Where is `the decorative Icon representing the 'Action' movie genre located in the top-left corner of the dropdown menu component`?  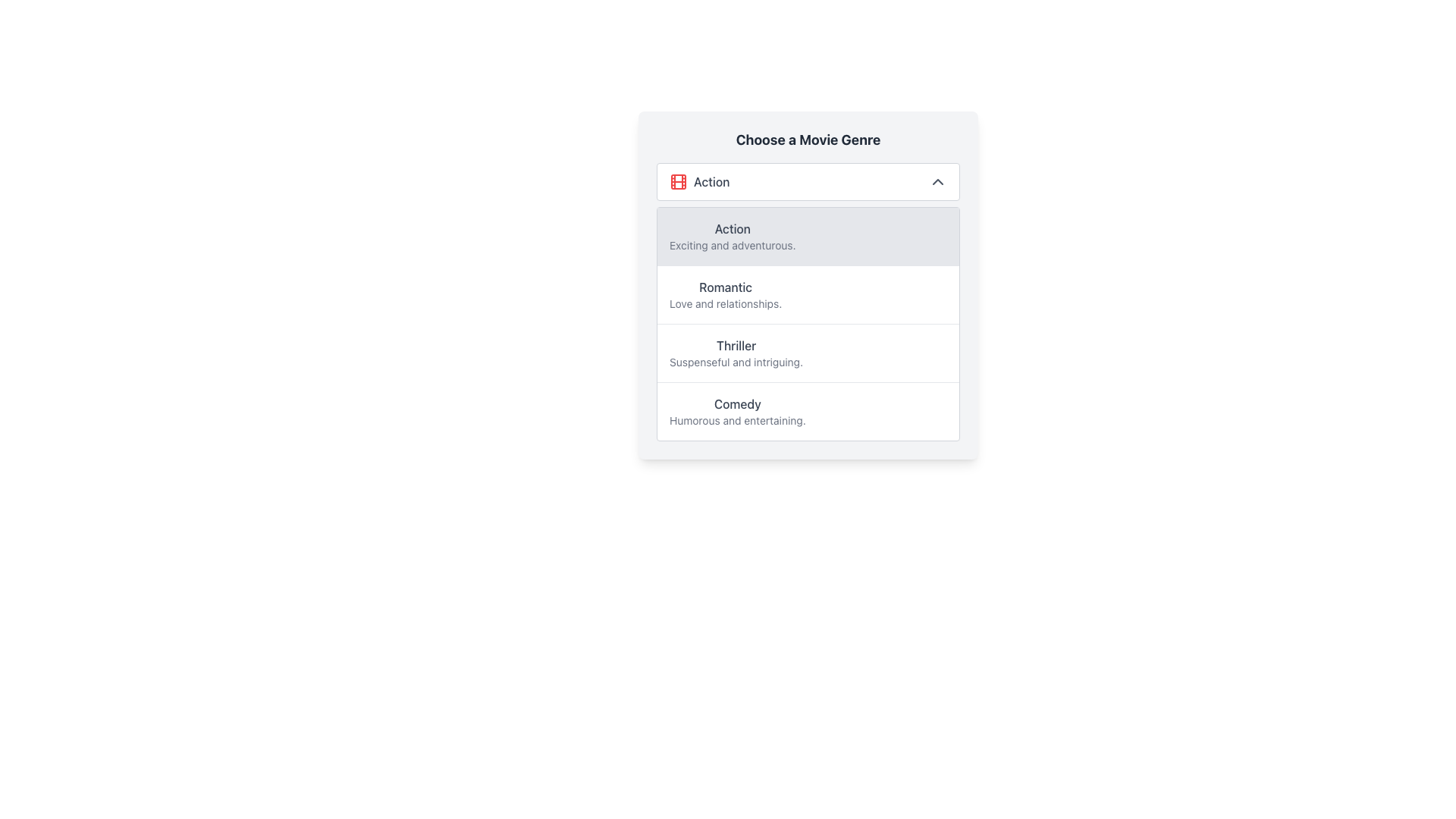 the decorative Icon representing the 'Action' movie genre located in the top-left corner of the dropdown menu component is located at coordinates (677, 180).